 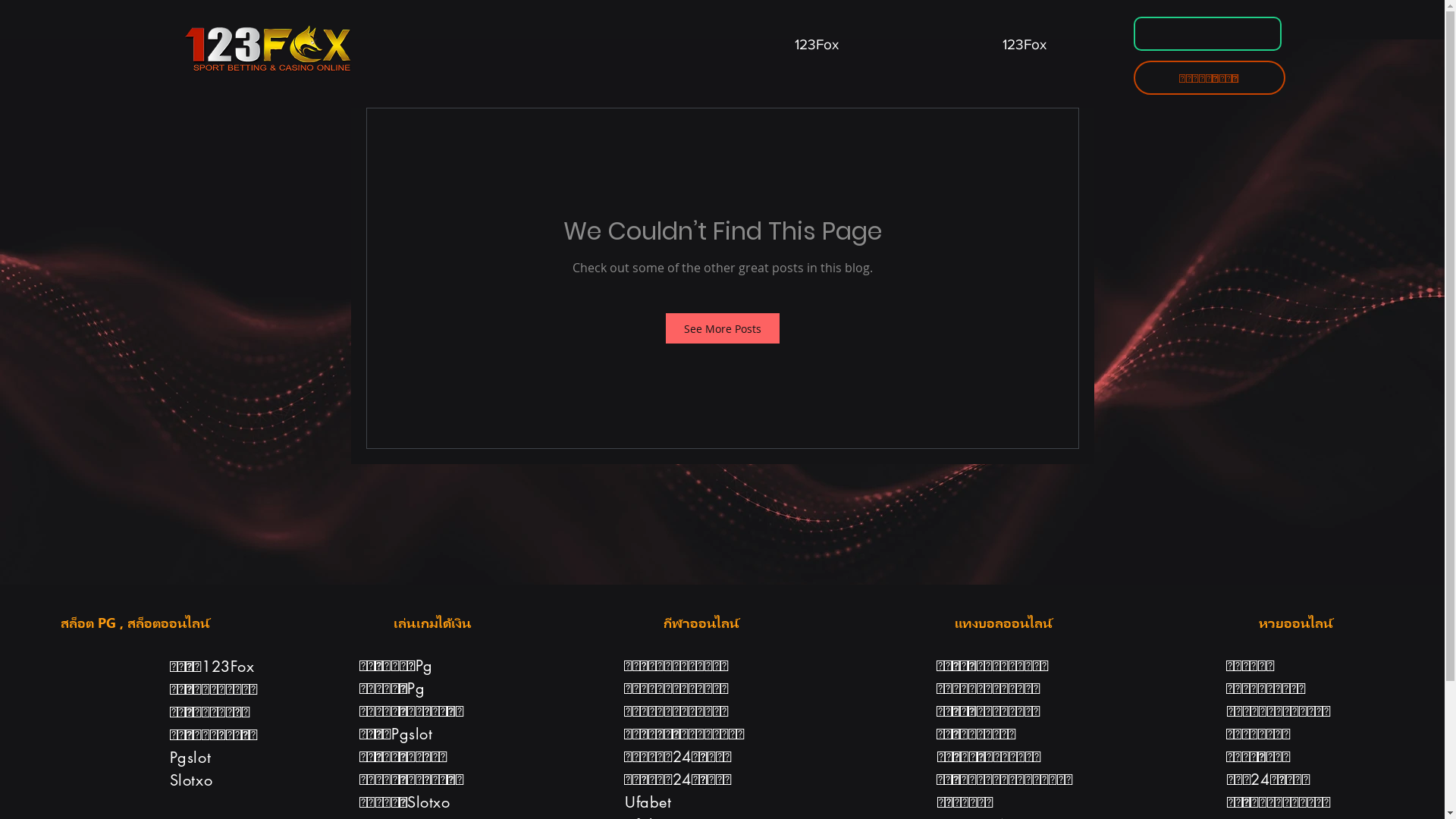 What do you see at coordinates (722, 327) in the screenshot?
I see `'See More Posts'` at bounding box center [722, 327].